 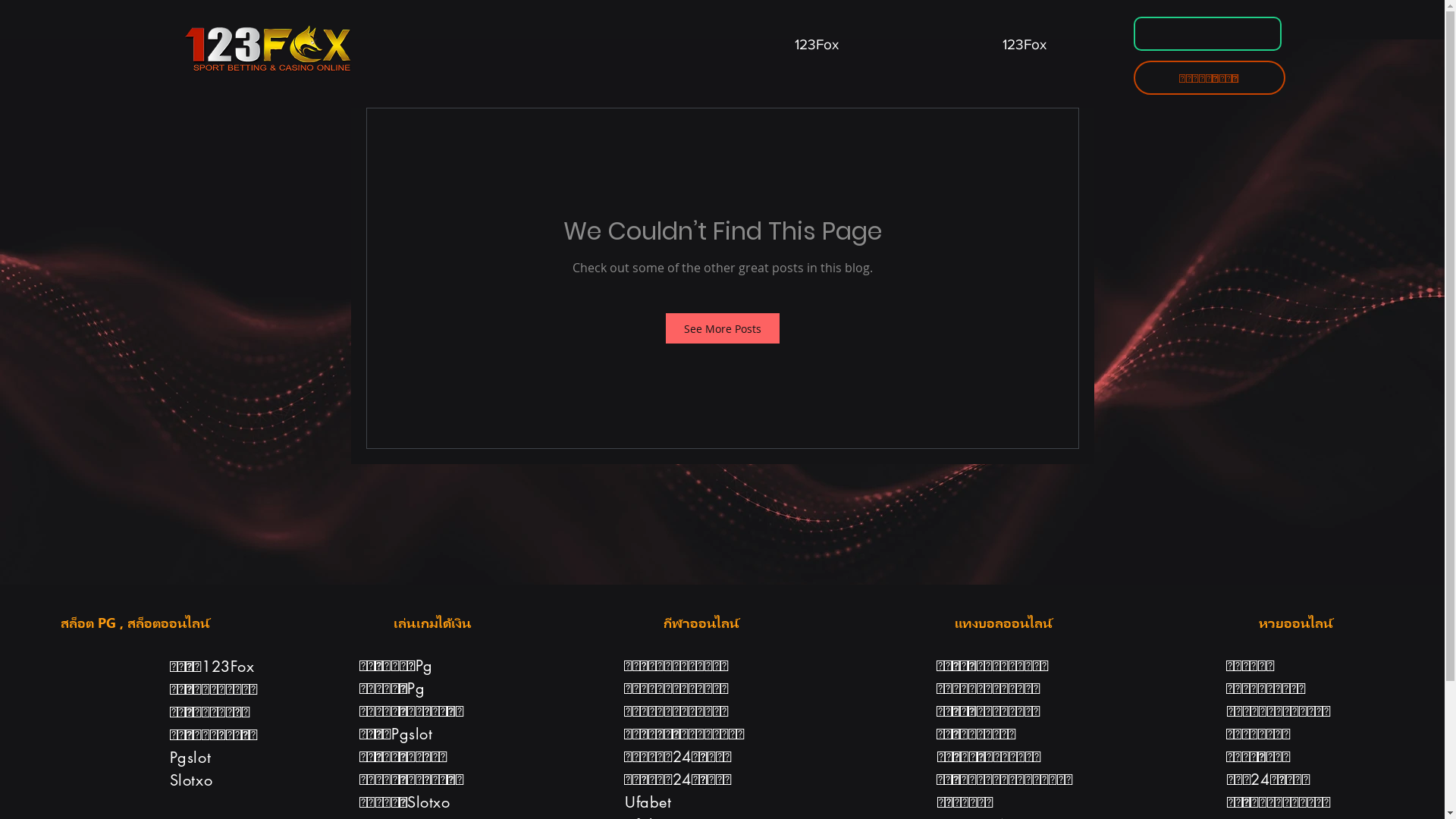 What do you see at coordinates (722, 327) in the screenshot?
I see `'See More Posts'` at bounding box center [722, 327].